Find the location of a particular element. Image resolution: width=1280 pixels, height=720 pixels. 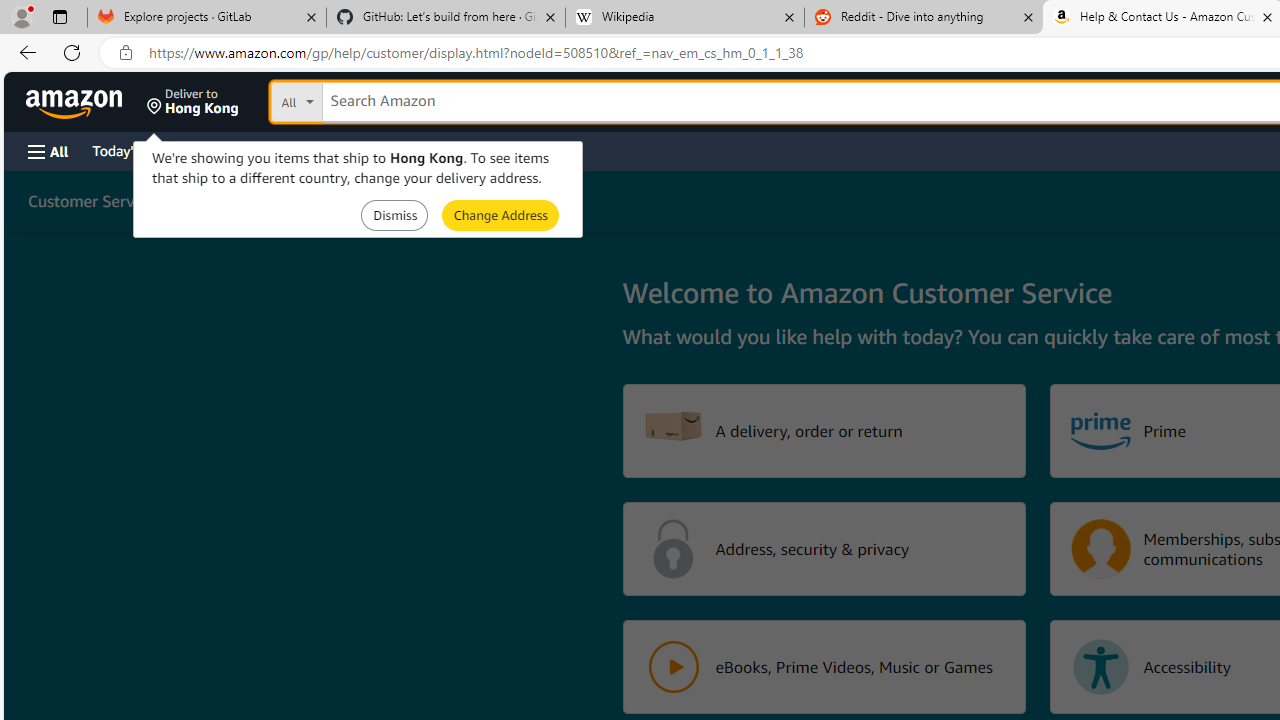

'Search in' is located at coordinates (371, 99).